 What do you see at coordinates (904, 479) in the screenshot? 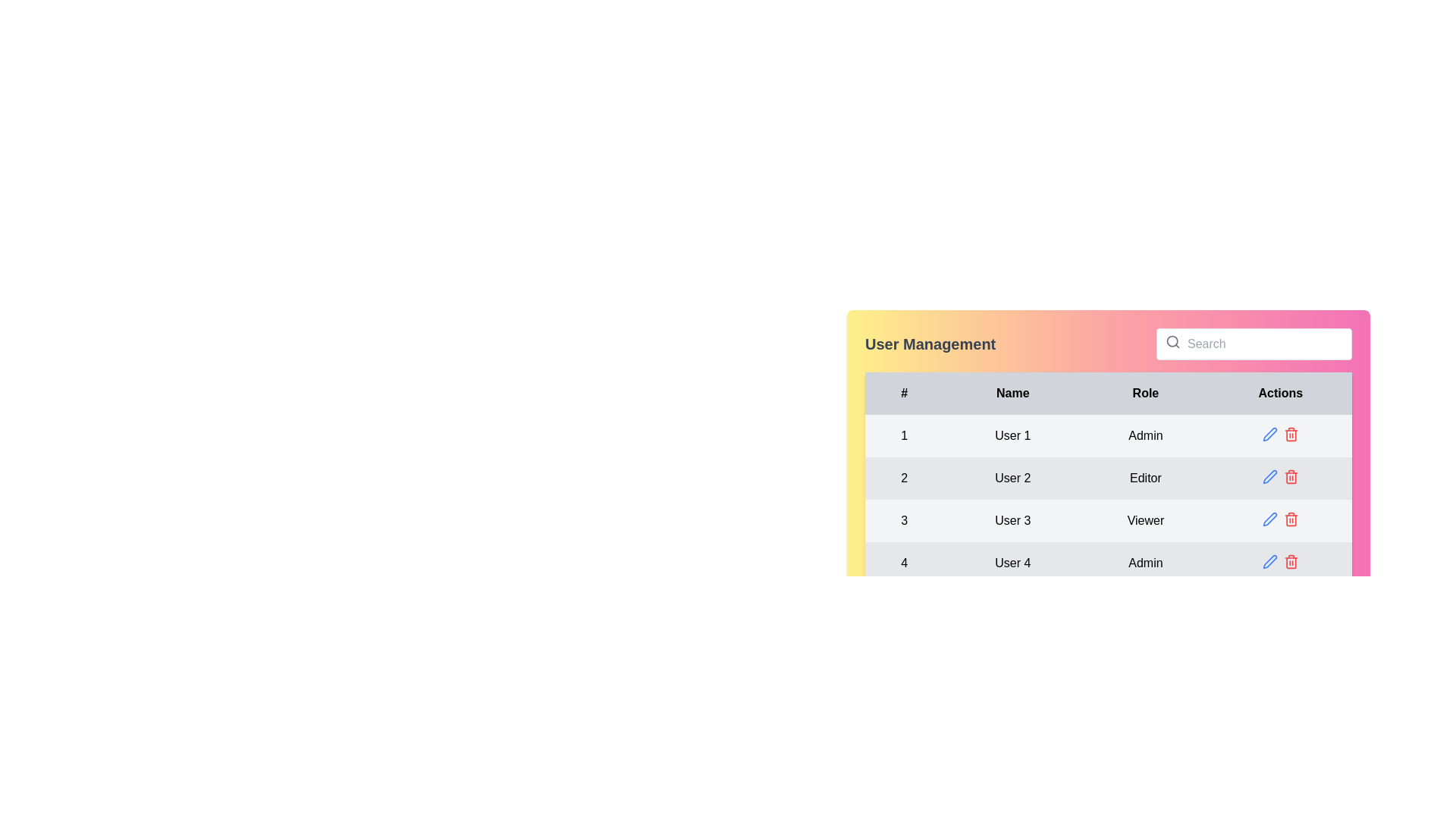
I see `the static text element that serves as the row index for the second entry in the user management table, located in the second row under the '#' header, aligning horizontally with 'User 2' and 'Editor'` at bounding box center [904, 479].